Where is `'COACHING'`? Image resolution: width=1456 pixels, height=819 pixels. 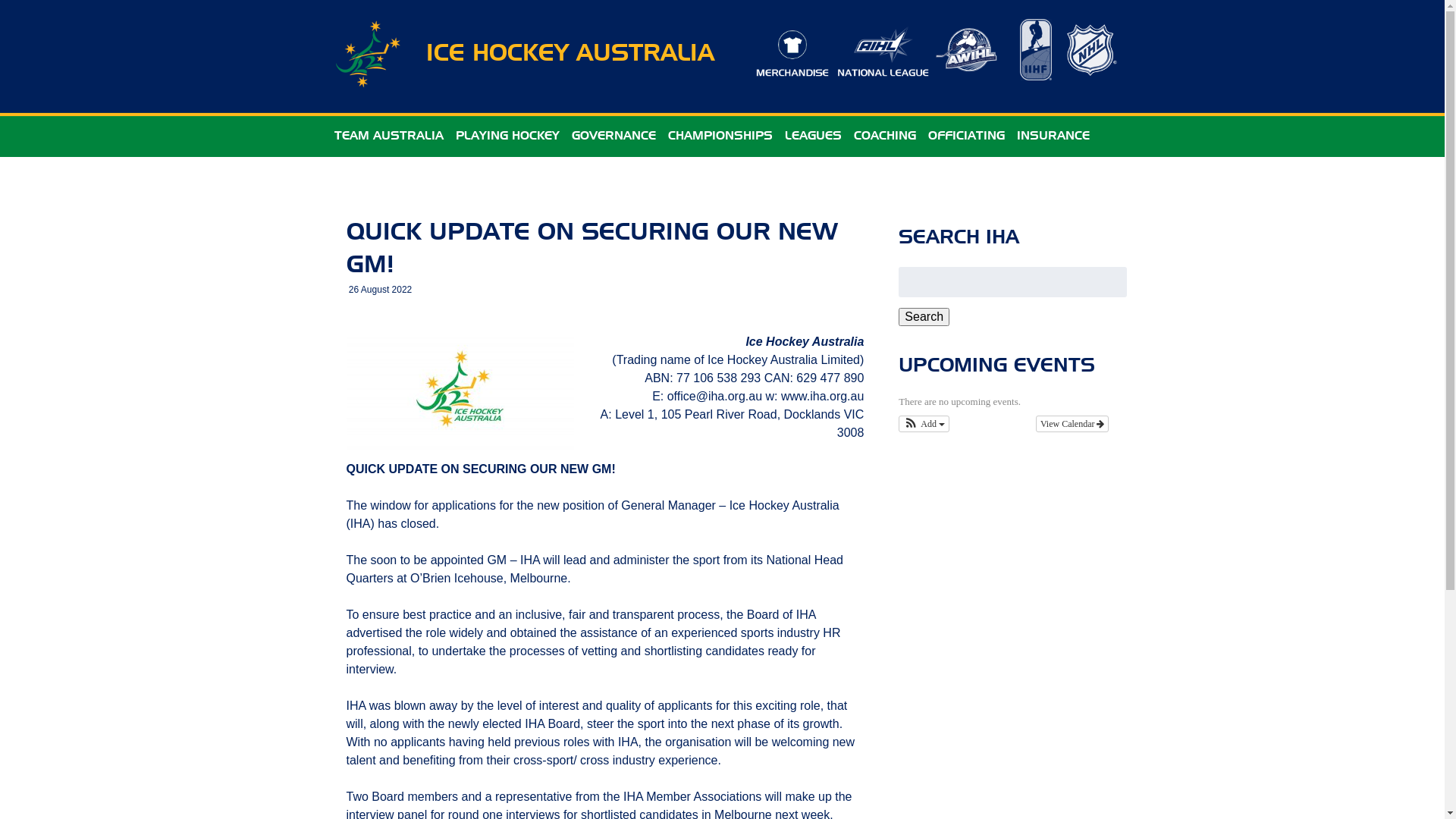 'COACHING' is located at coordinates (884, 136).